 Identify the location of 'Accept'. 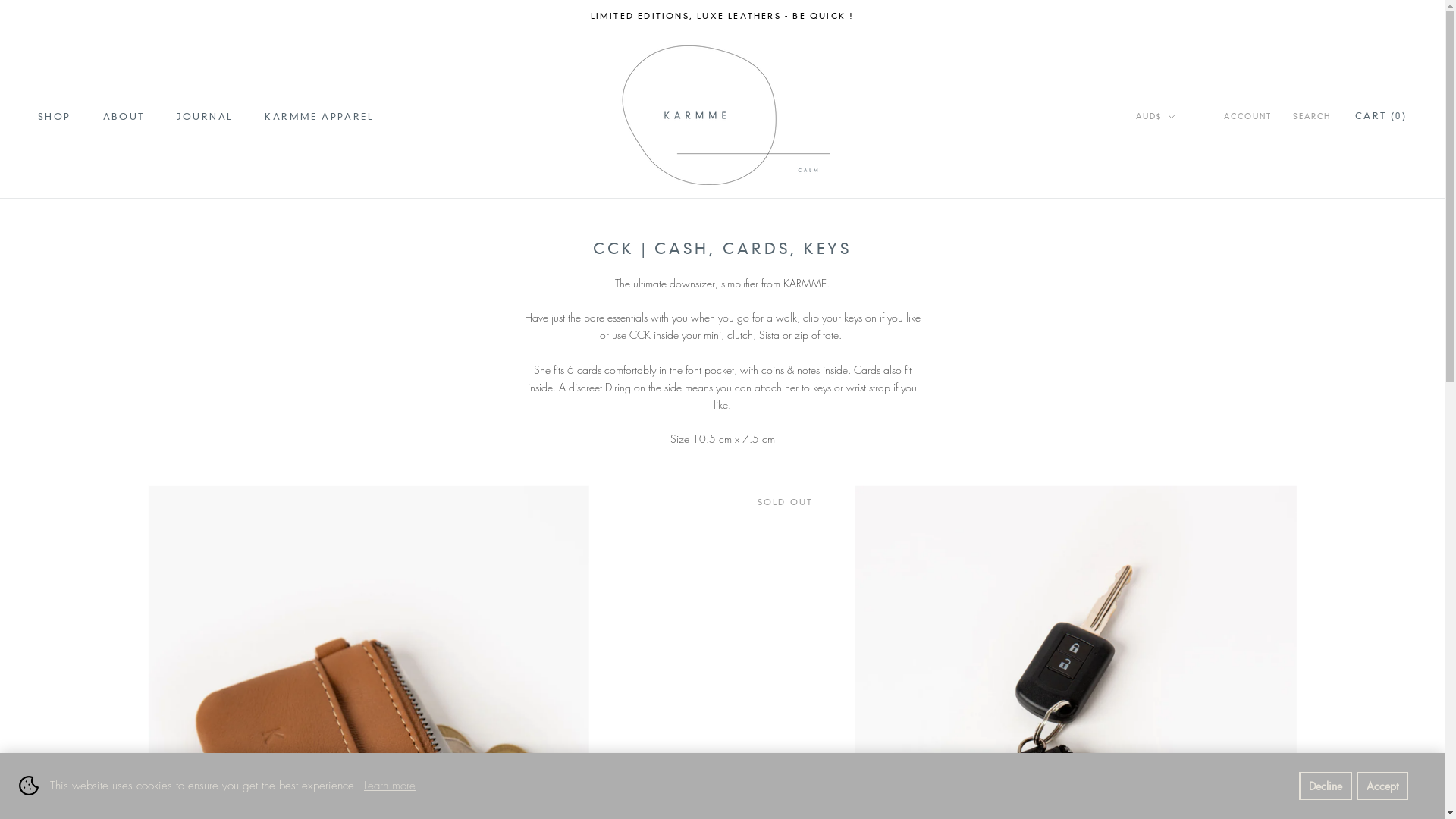
(1382, 785).